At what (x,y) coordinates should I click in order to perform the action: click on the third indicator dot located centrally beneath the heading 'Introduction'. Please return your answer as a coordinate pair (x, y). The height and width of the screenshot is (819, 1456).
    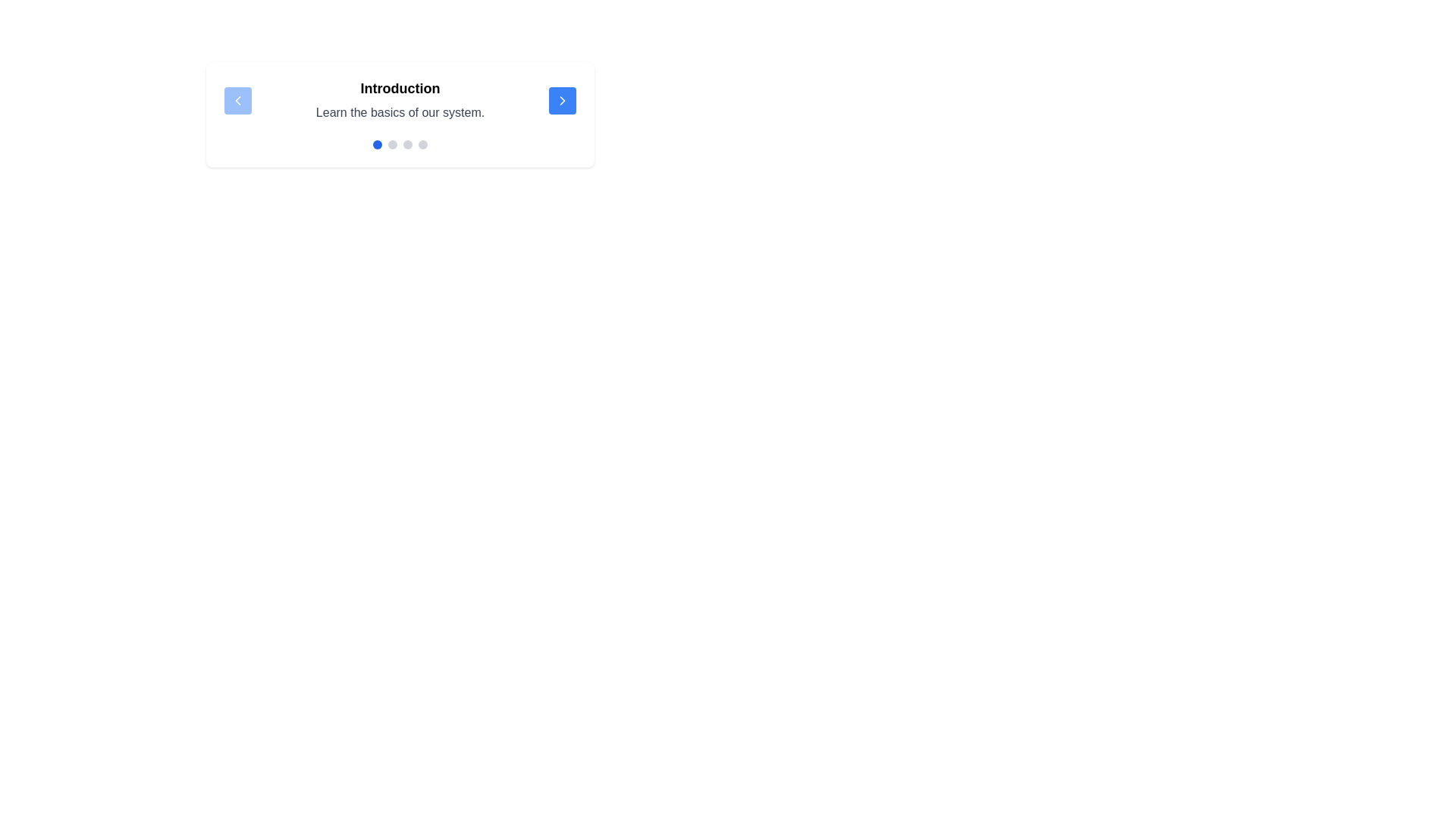
    Looking at the image, I should click on (407, 144).